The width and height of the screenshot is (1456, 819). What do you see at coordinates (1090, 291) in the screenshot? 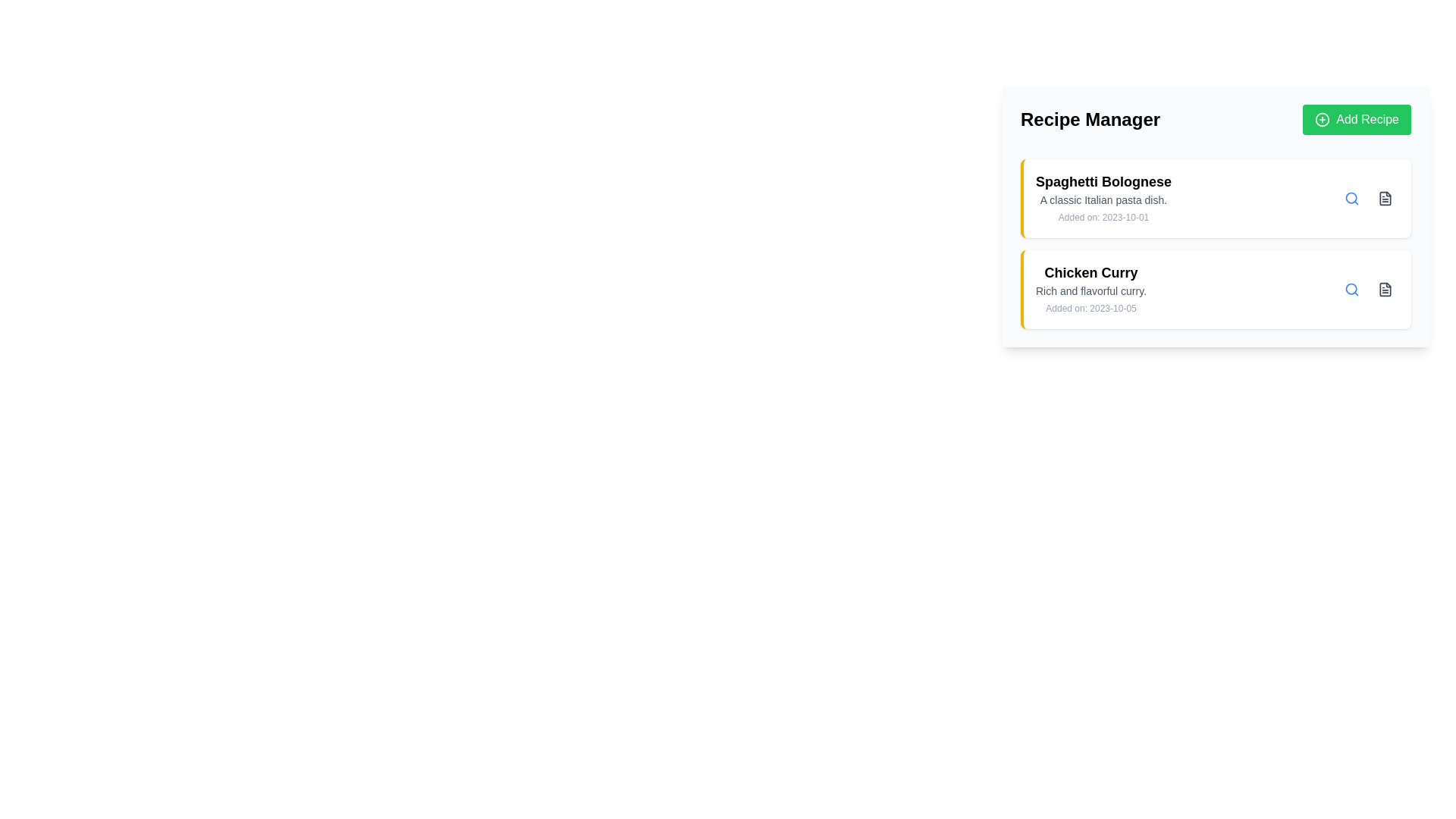
I see `the text label that reads 'Rich and flavorful curry.' which is styled in a small gray font and positioned below the 'Chicken Curry' title in the recipe card` at bounding box center [1090, 291].